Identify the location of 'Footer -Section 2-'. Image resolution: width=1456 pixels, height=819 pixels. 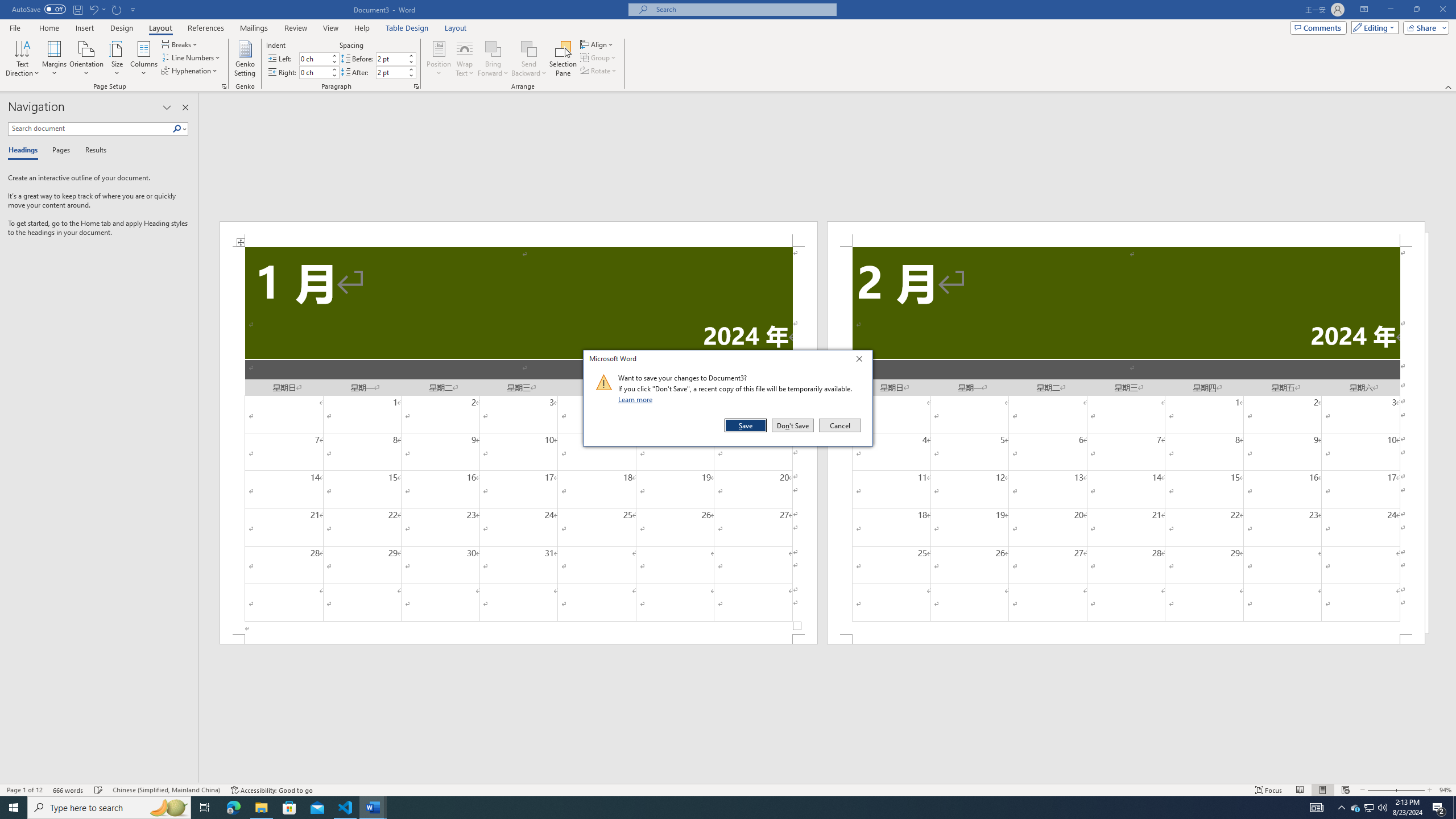
(1126, 638).